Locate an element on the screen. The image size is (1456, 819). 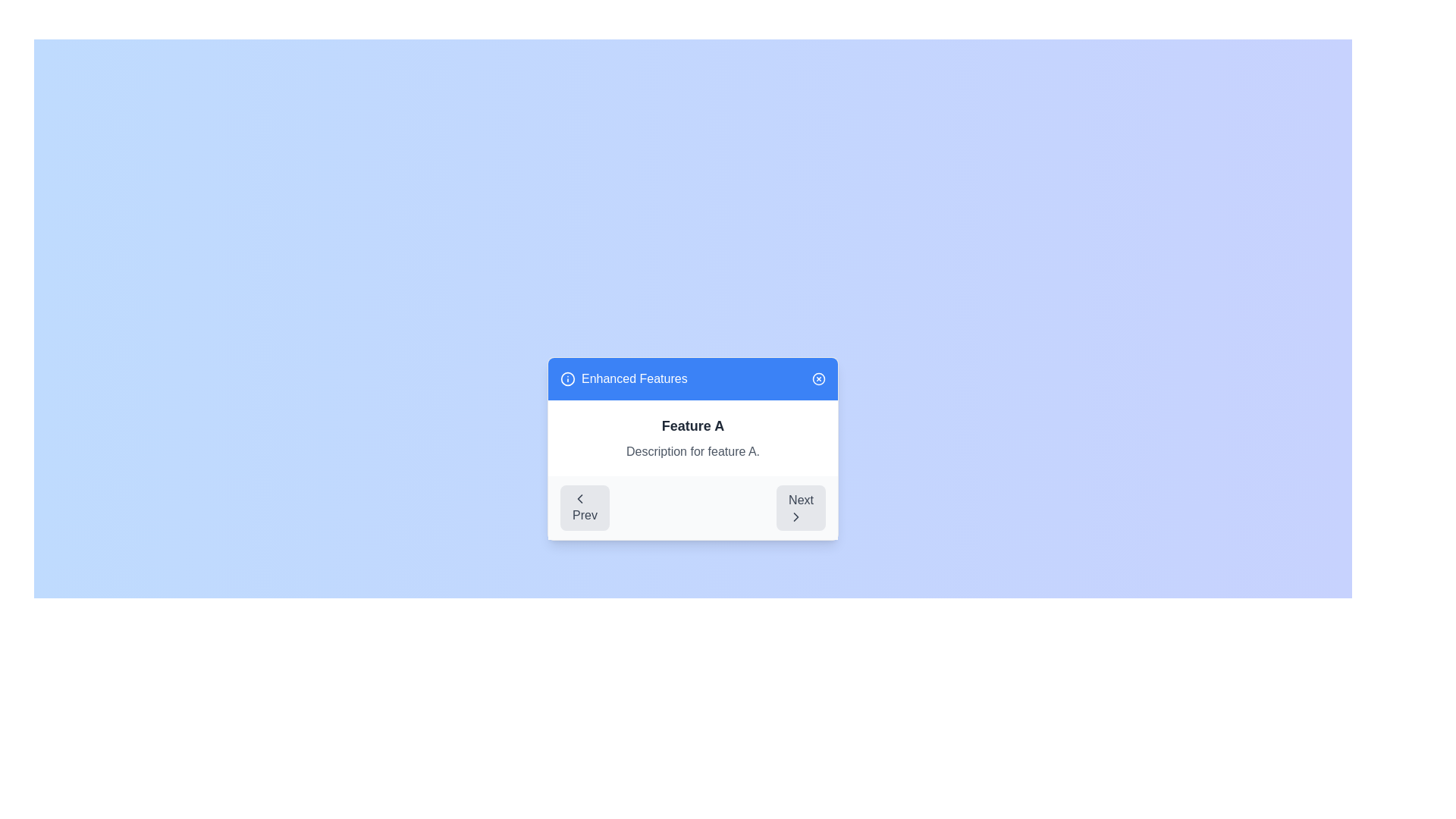
the Chevron icon inside the 'Prev' navigation button is located at coordinates (579, 499).